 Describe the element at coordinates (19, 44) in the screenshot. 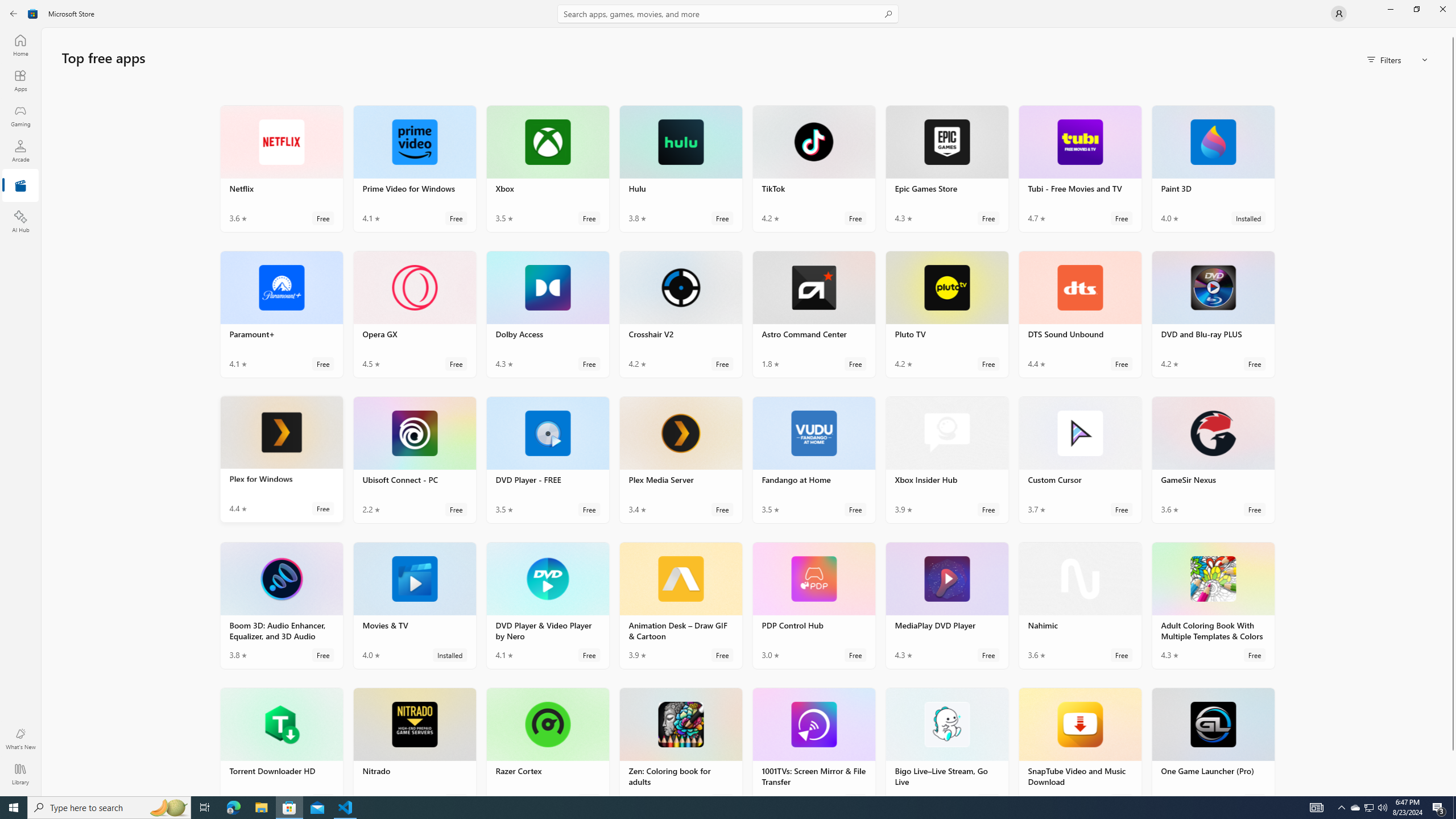

I see `'Home'` at that location.